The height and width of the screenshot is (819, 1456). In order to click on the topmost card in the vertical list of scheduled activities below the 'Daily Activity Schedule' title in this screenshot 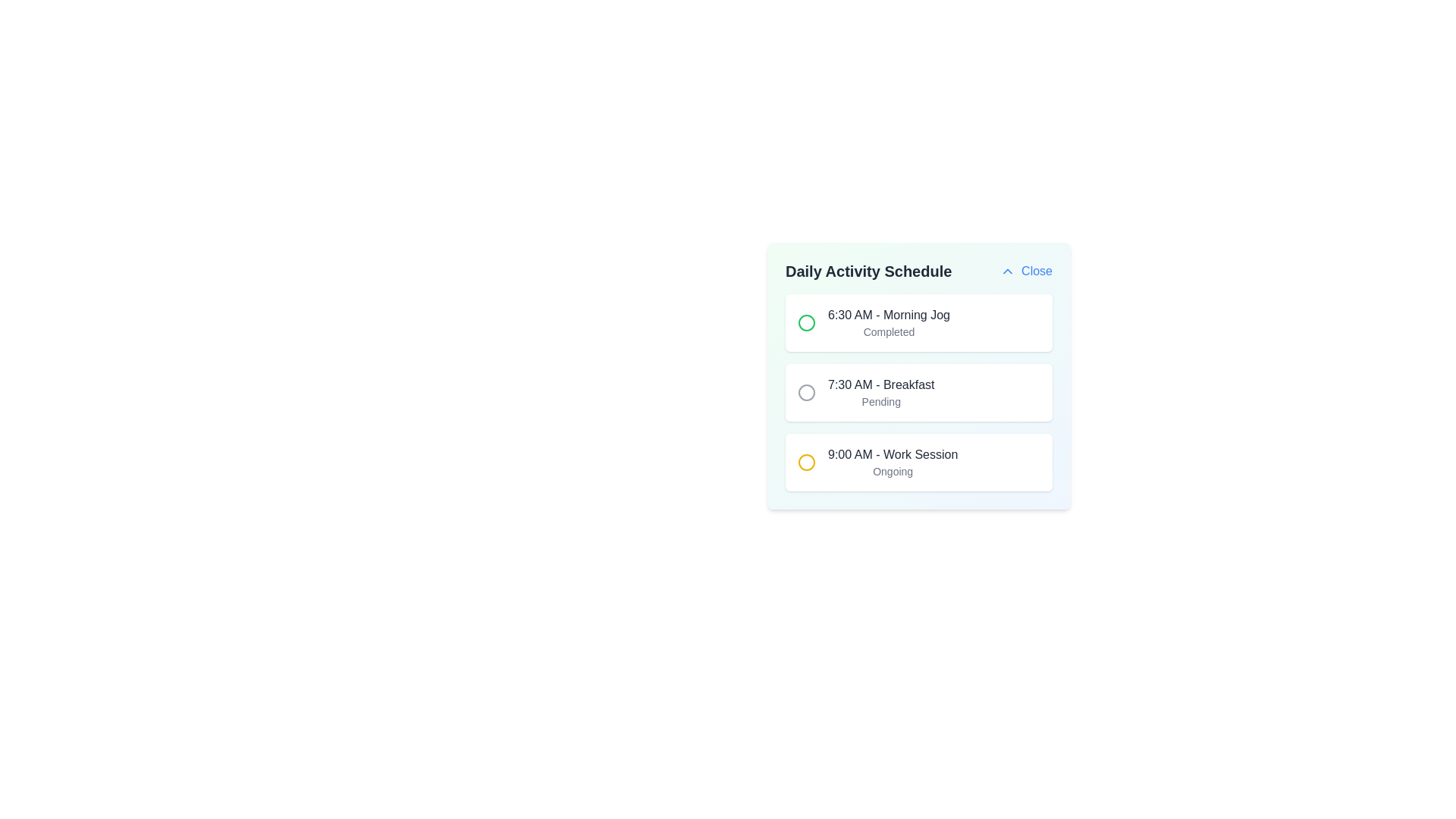, I will do `click(918, 322)`.